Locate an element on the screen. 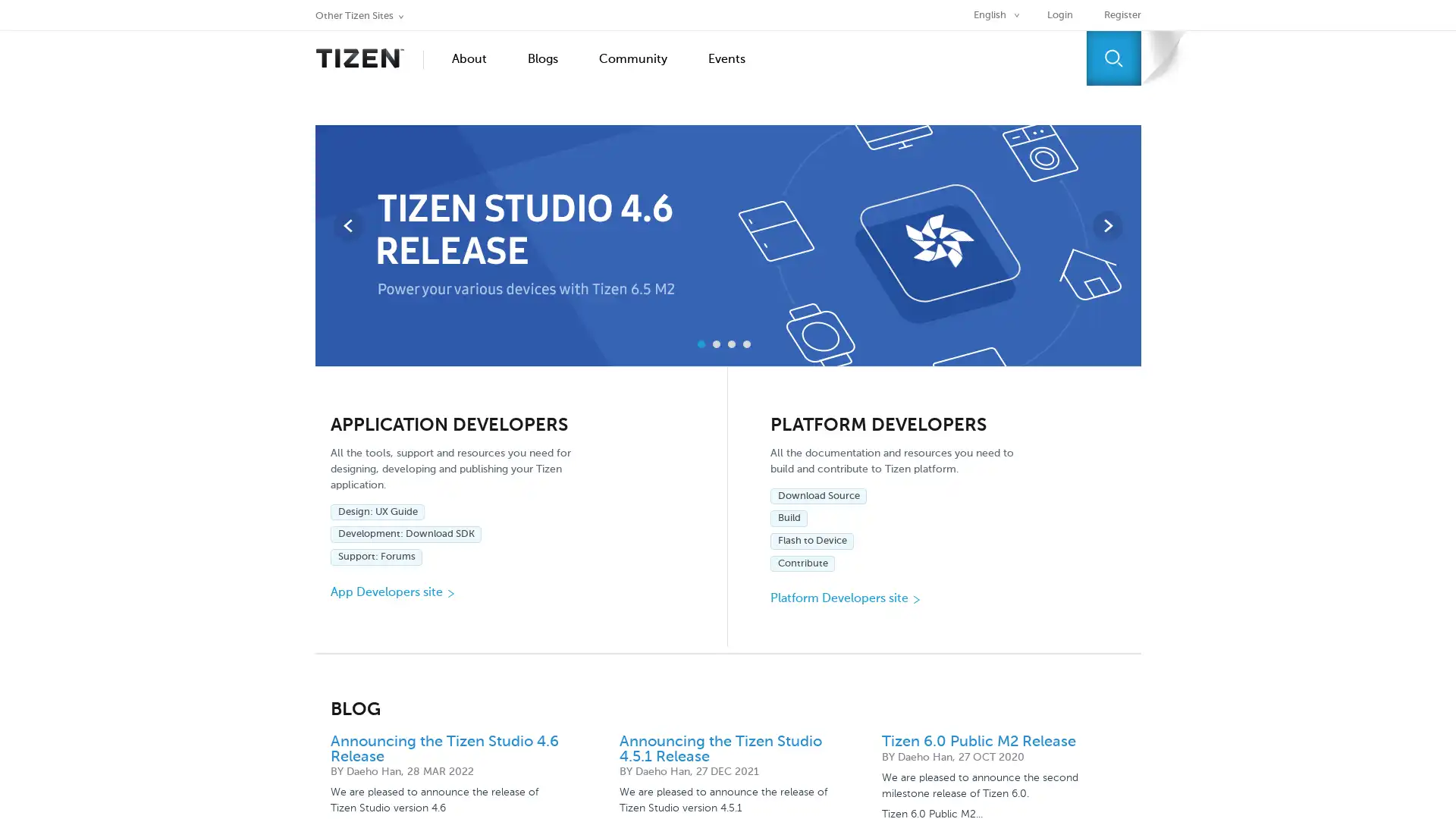 This screenshot has height=819, width=1456. PREVIOUS is located at coordinates (347, 225).